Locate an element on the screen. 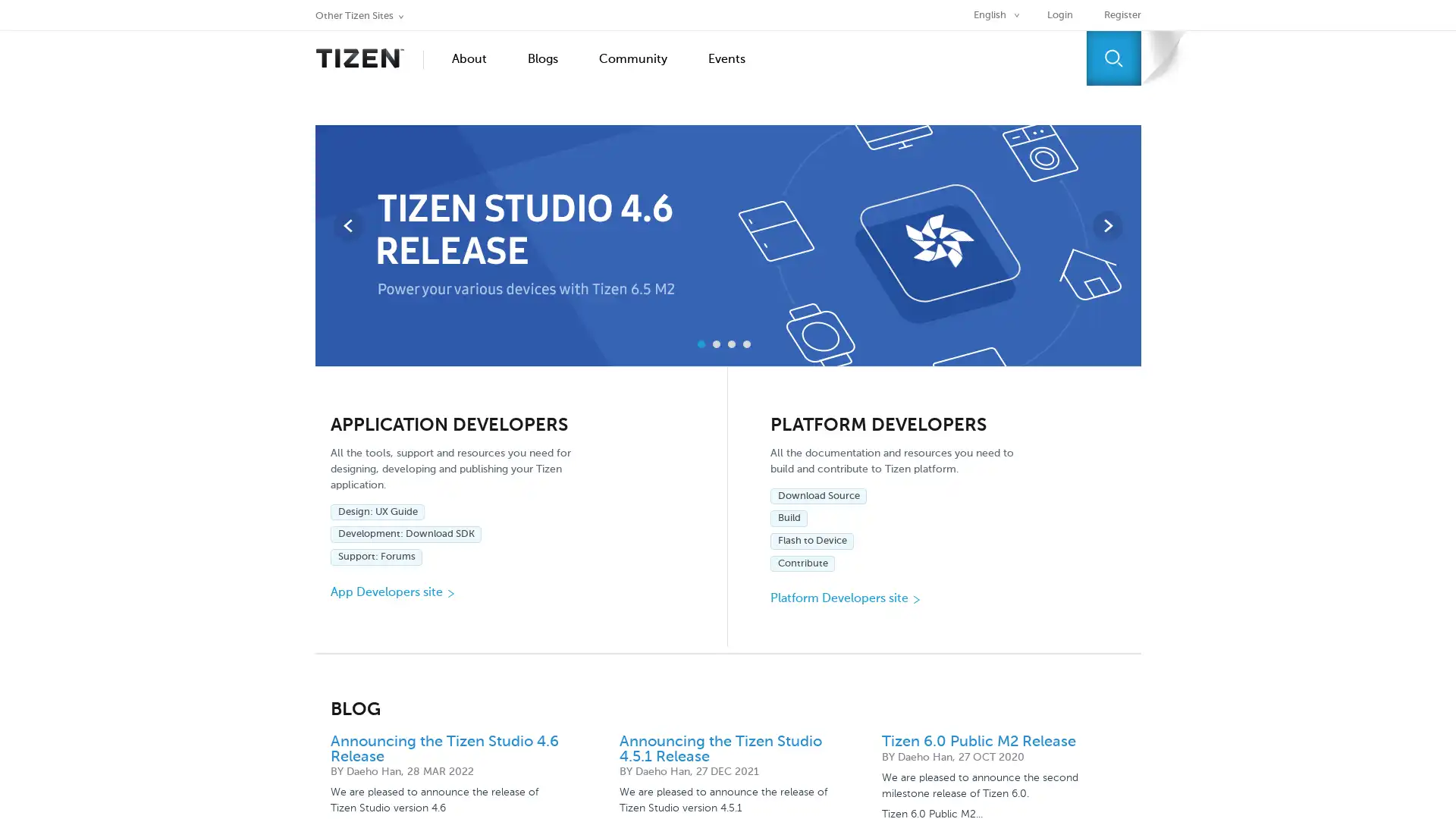 This screenshot has height=819, width=1456. PREVIOUS is located at coordinates (347, 225).